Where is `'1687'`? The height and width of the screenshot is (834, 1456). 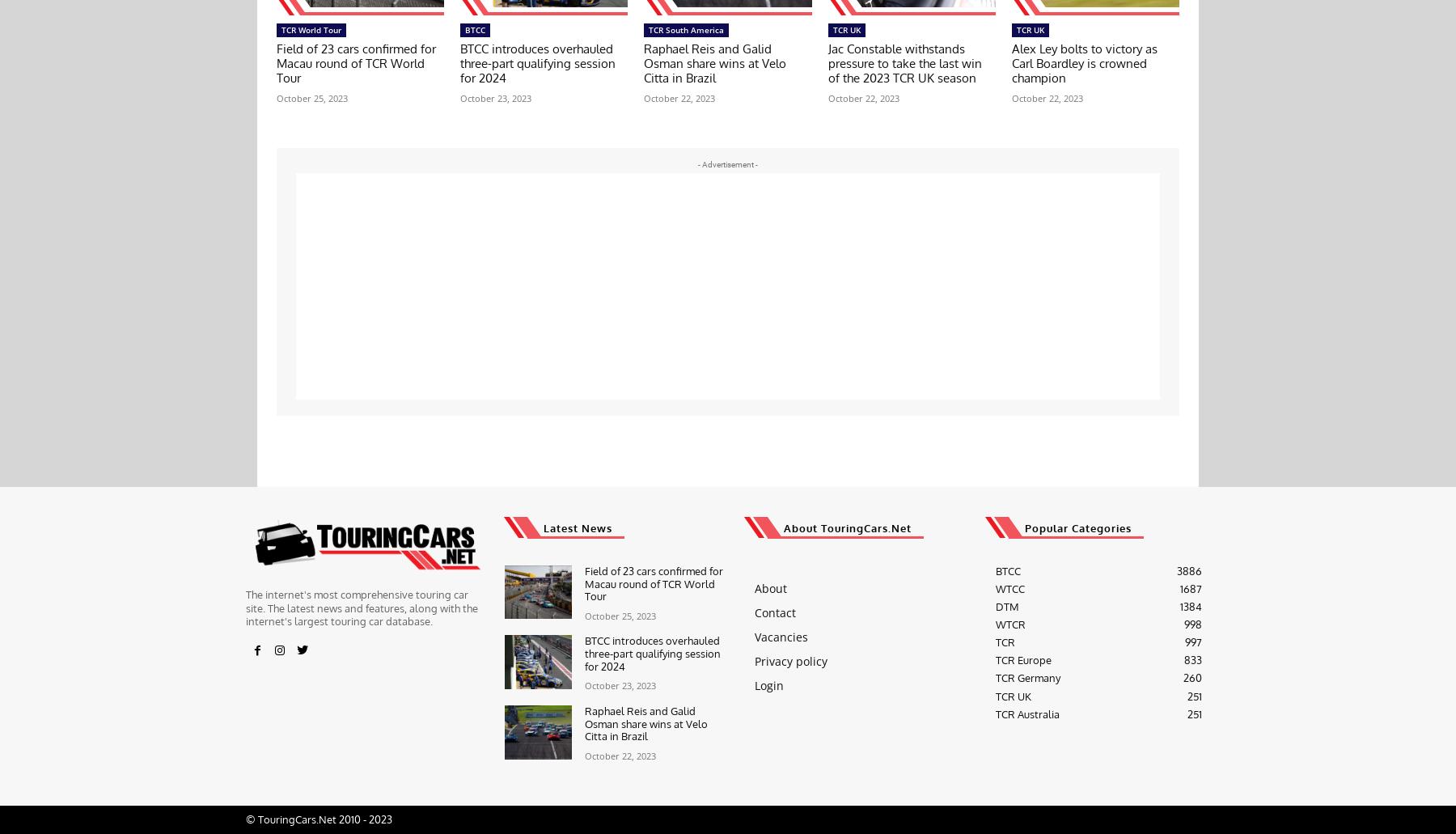 '1687' is located at coordinates (1190, 587).